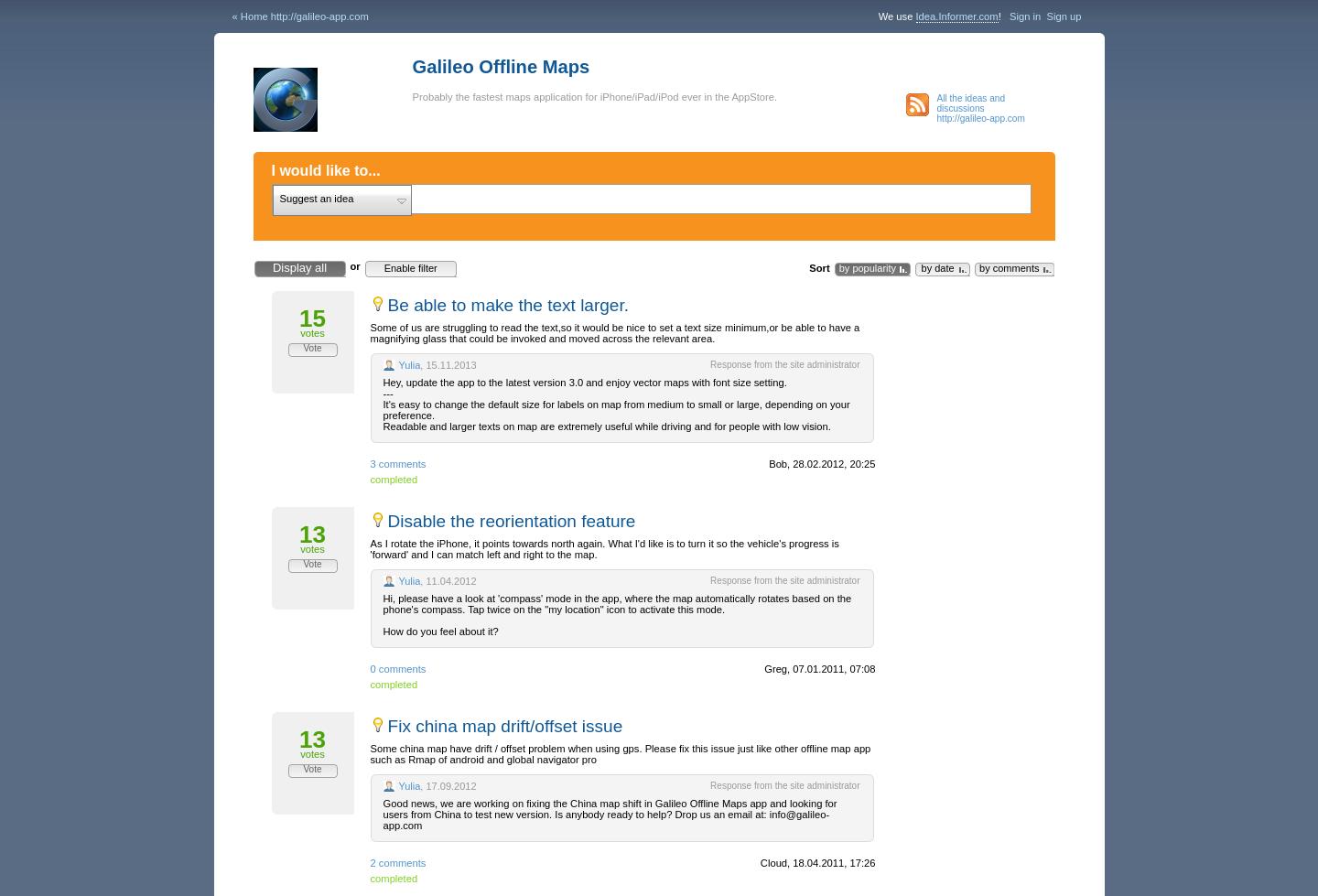  Describe the element at coordinates (507, 305) in the screenshot. I see `'Be able to make the text larger.'` at that location.